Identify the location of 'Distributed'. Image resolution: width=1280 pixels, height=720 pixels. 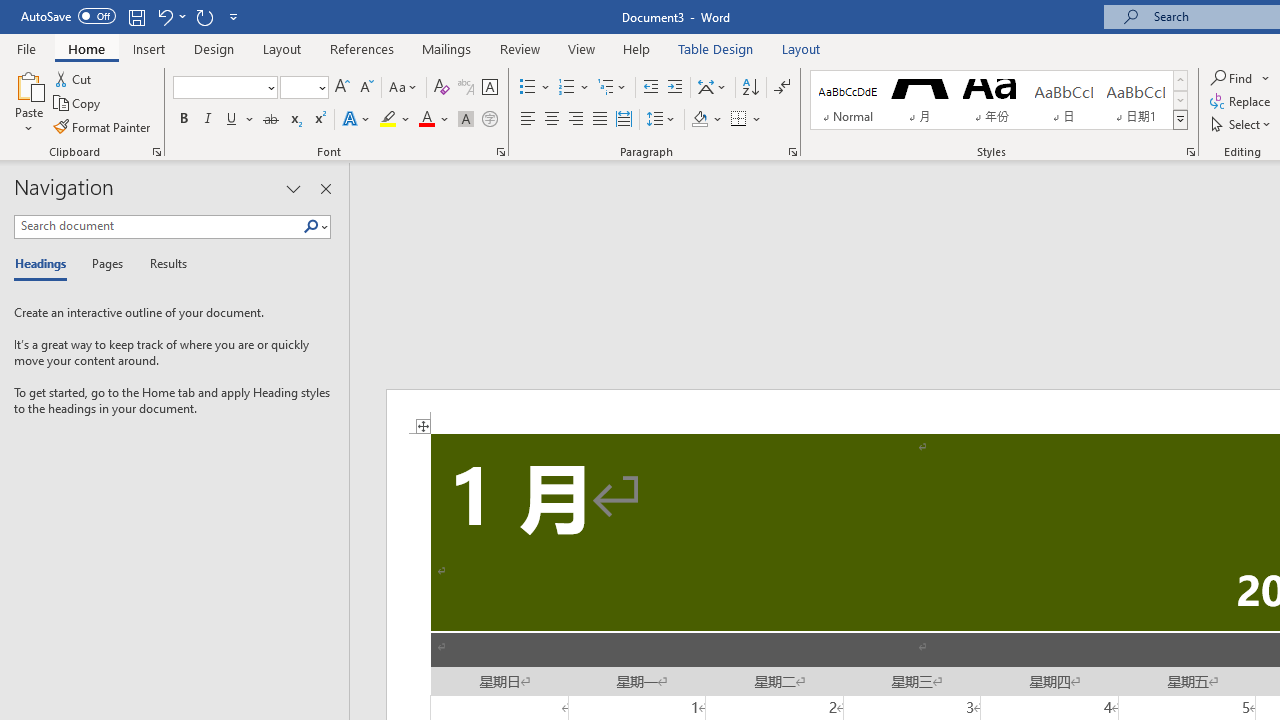
(623, 119).